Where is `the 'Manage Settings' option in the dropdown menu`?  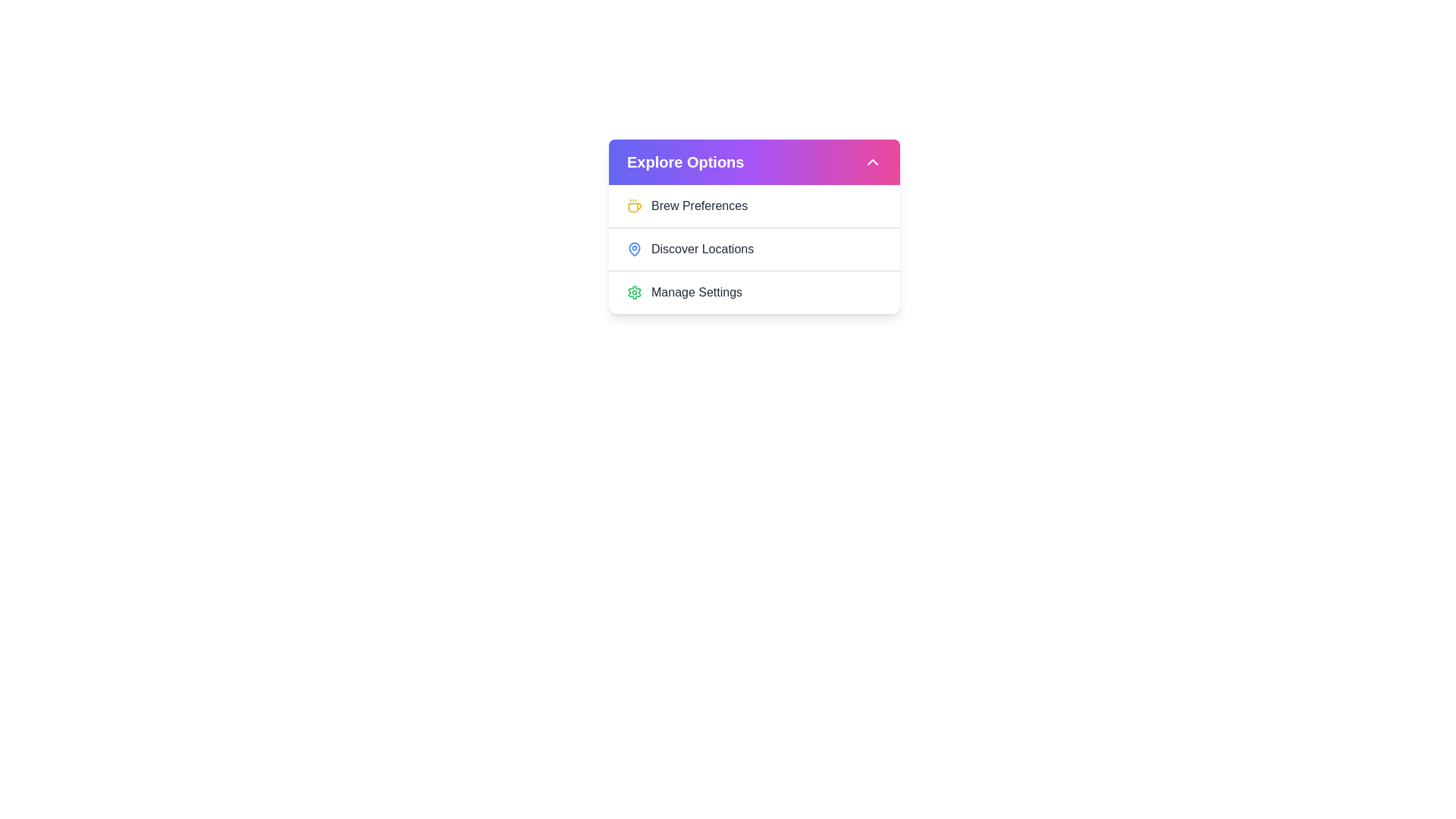 the 'Manage Settings' option in the dropdown menu is located at coordinates (754, 292).